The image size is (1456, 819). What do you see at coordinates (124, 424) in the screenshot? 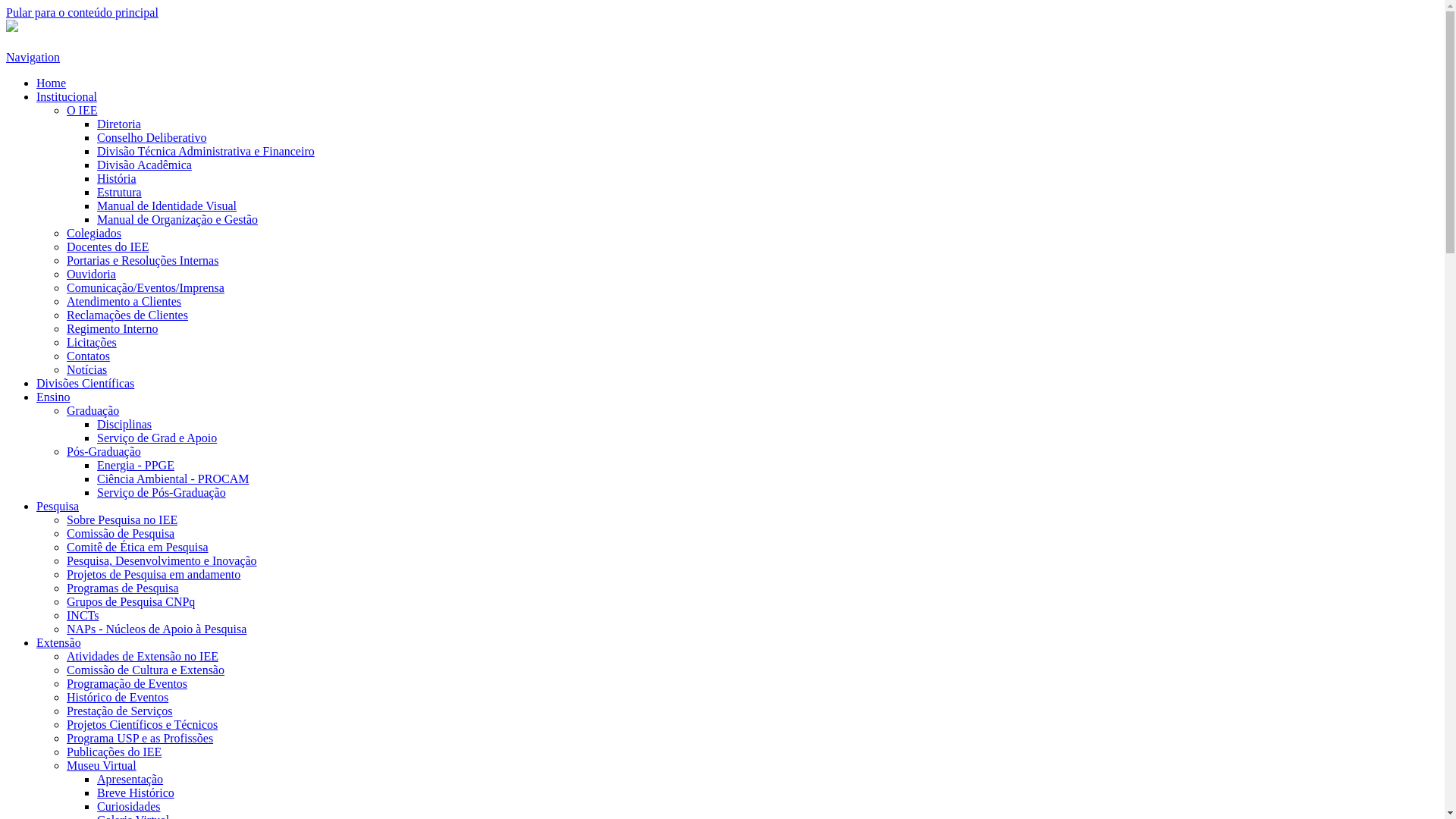
I see `'Disciplinas'` at bounding box center [124, 424].